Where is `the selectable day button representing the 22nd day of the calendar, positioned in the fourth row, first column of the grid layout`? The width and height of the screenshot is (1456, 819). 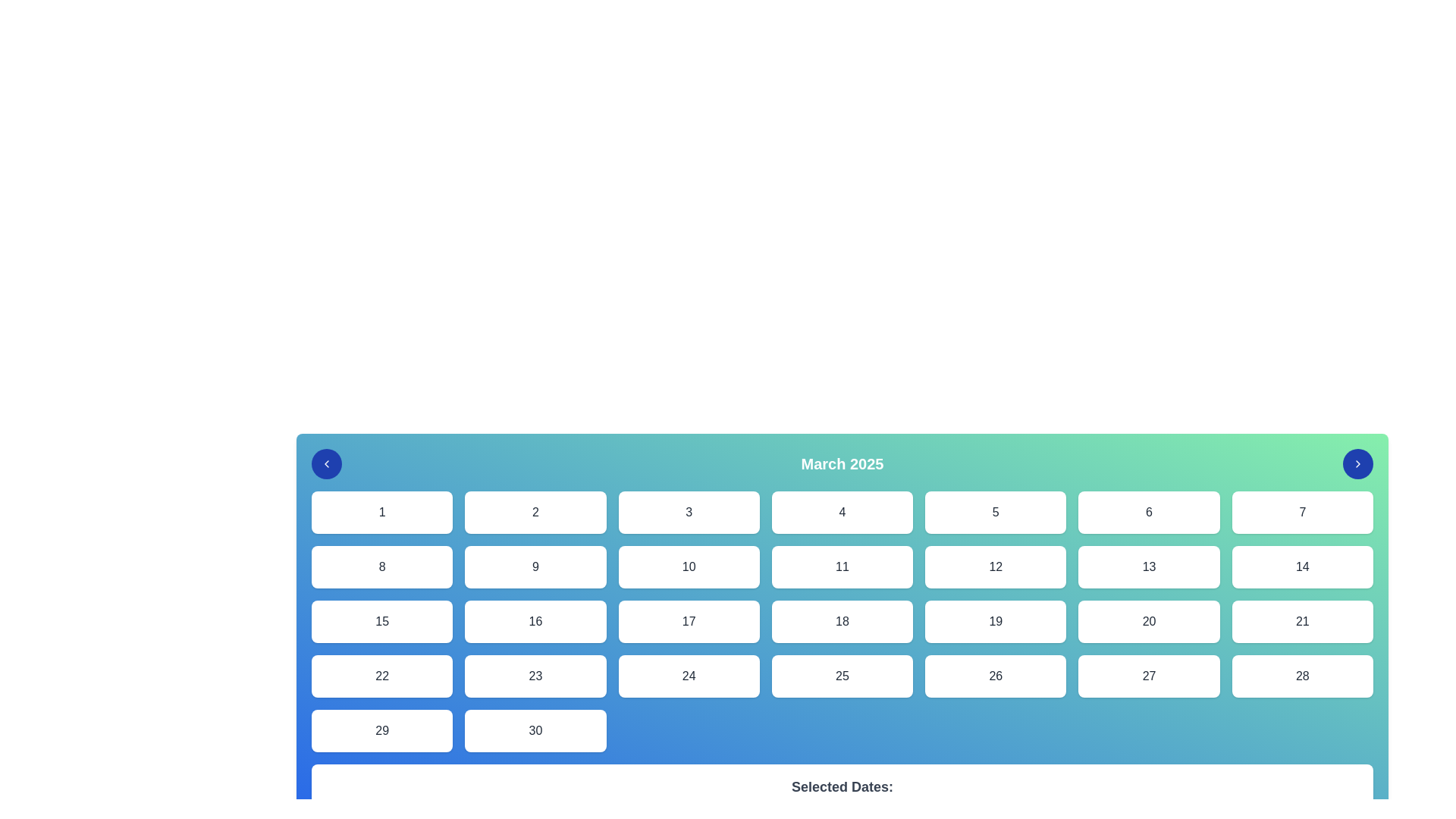 the selectable day button representing the 22nd day of the calendar, positioned in the fourth row, first column of the grid layout is located at coordinates (382, 675).